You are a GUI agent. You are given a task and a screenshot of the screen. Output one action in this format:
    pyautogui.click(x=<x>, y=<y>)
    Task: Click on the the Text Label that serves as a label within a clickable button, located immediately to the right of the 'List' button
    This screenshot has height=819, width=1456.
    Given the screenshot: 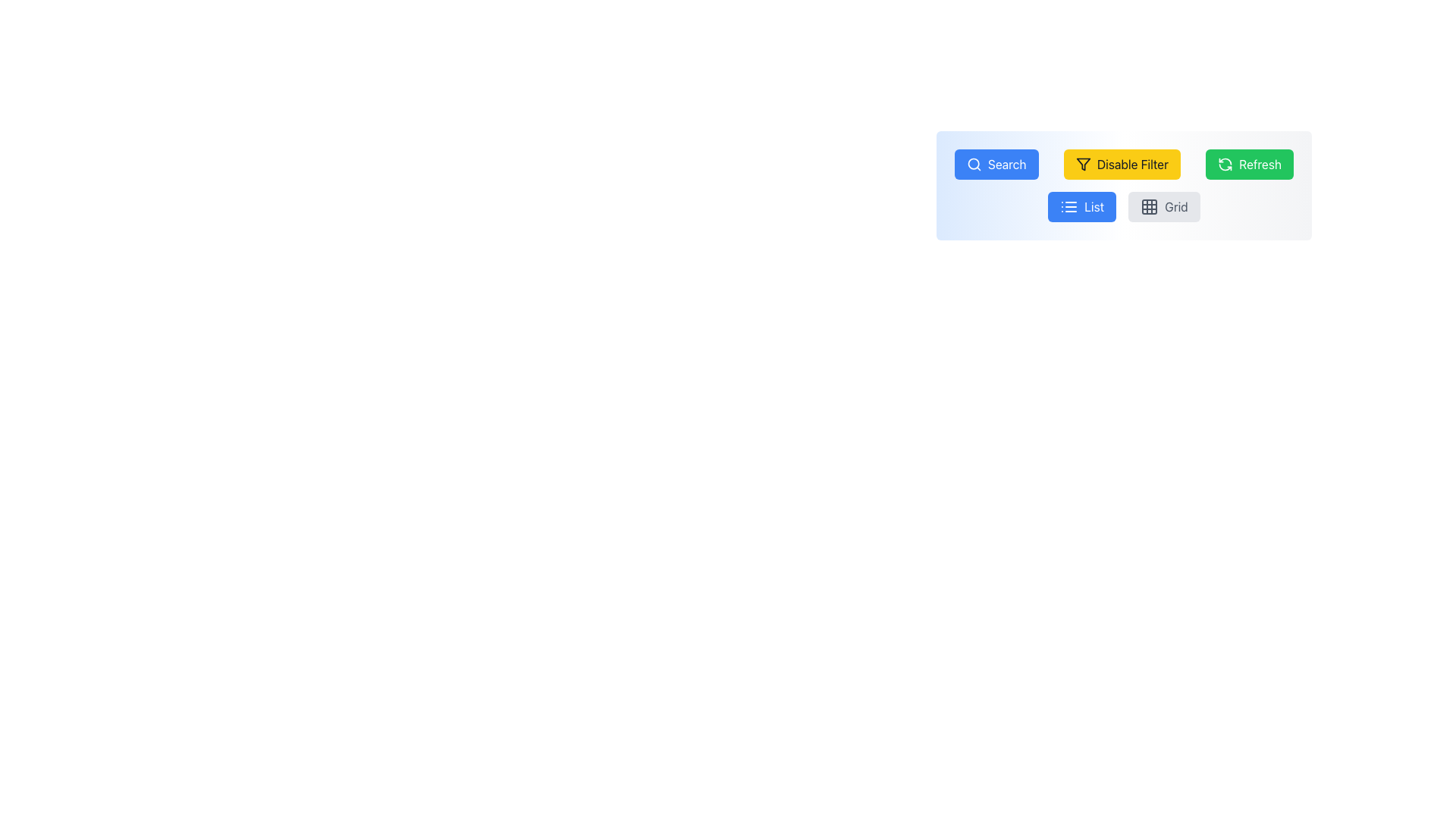 What is the action you would take?
    pyautogui.click(x=1175, y=207)
    